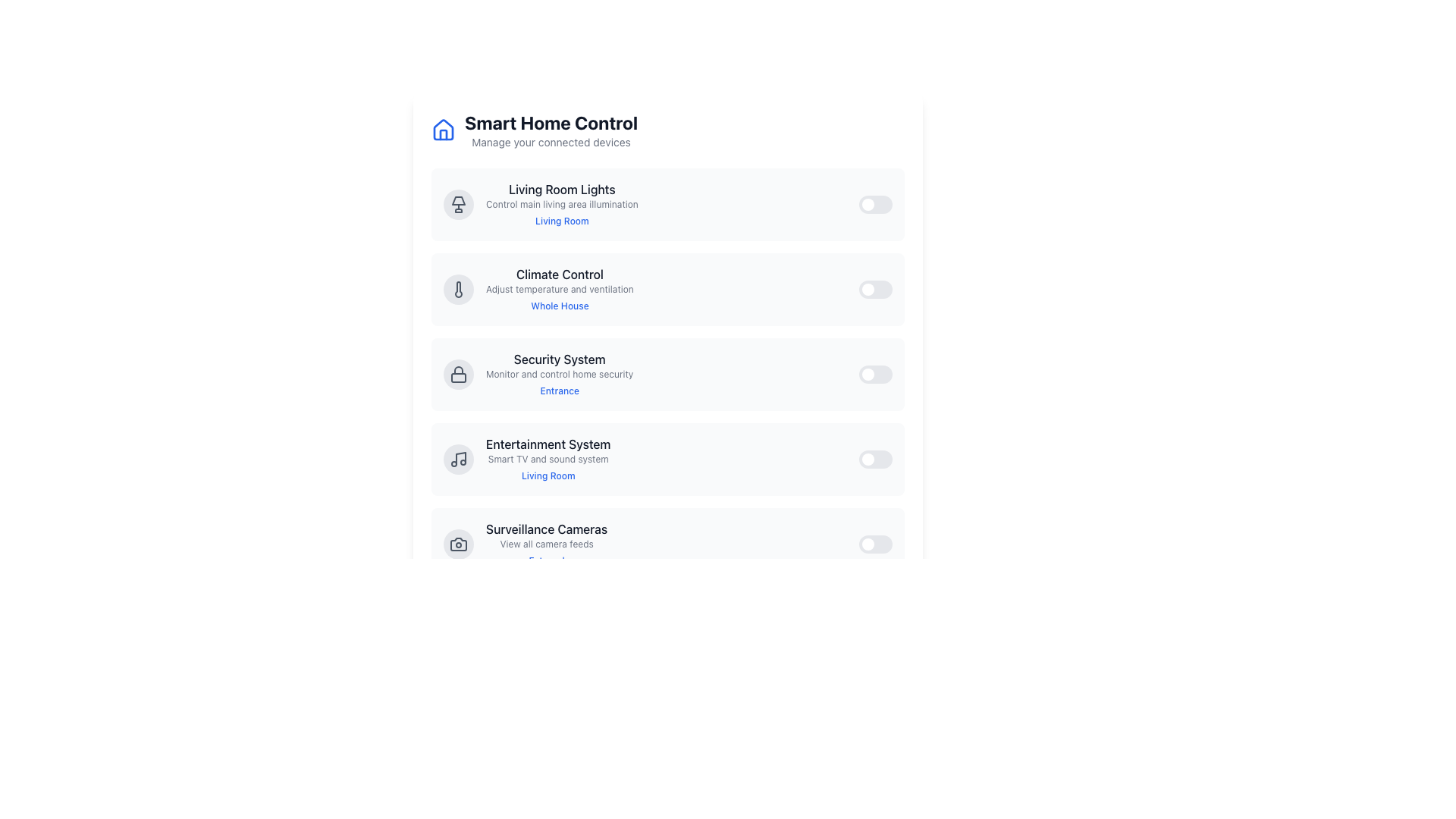 Image resolution: width=1456 pixels, height=819 pixels. I want to click on the toggle switch on the climate settings control module to change the device's state, so click(667, 289).